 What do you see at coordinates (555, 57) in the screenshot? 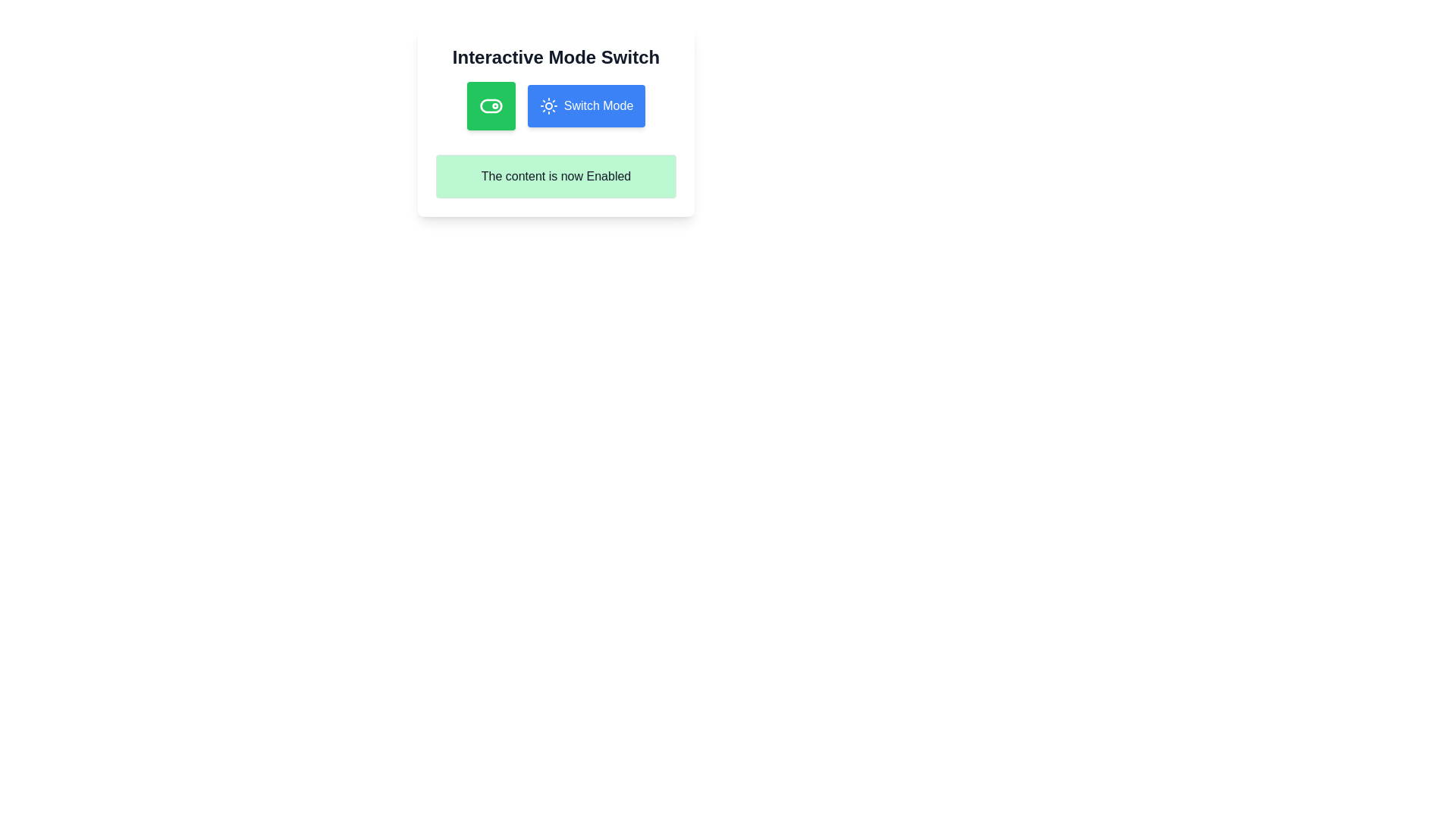
I see `the title text element located at the top center of the card layout` at bounding box center [555, 57].